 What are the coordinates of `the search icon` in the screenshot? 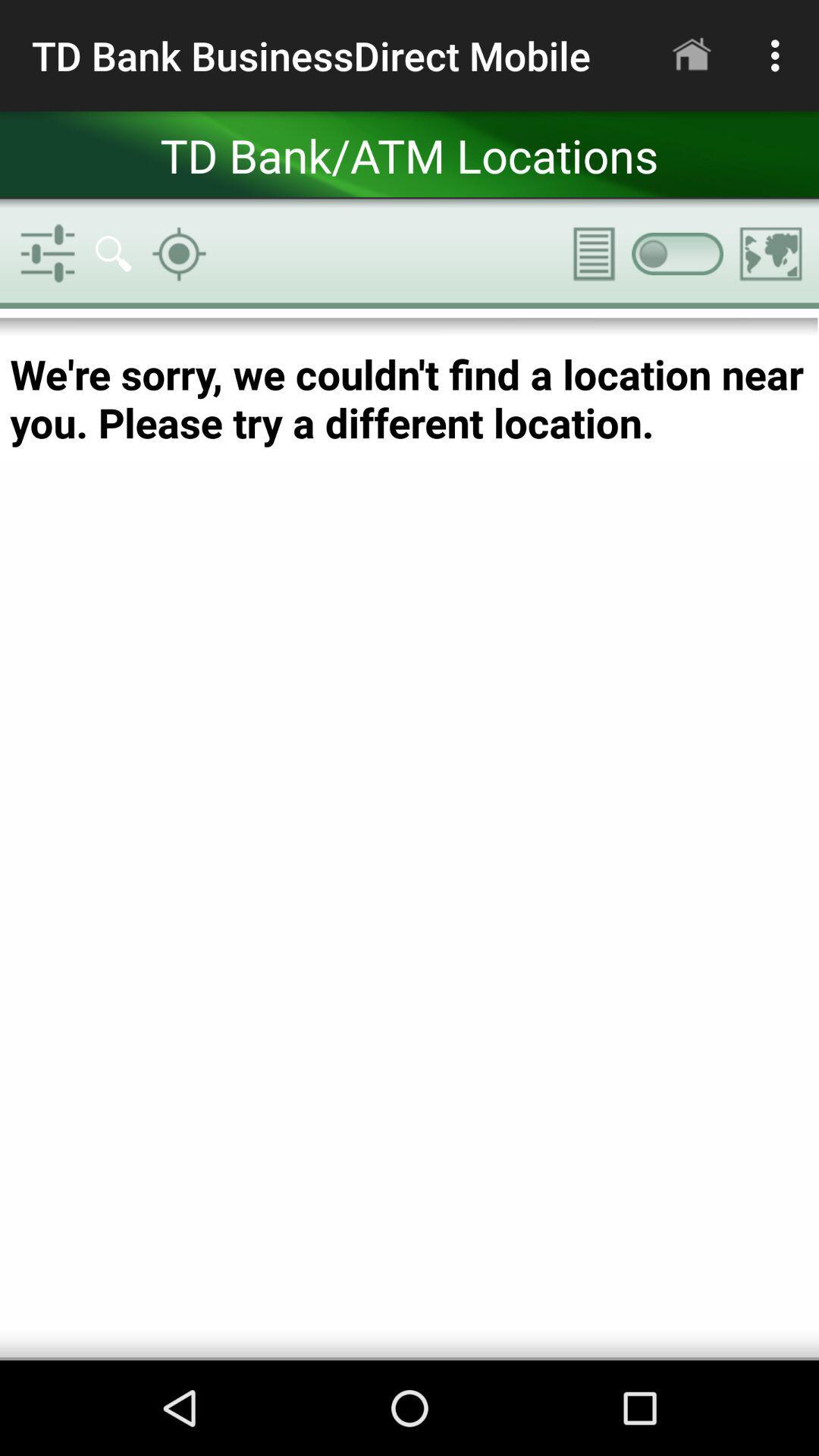 It's located at (112, 253).